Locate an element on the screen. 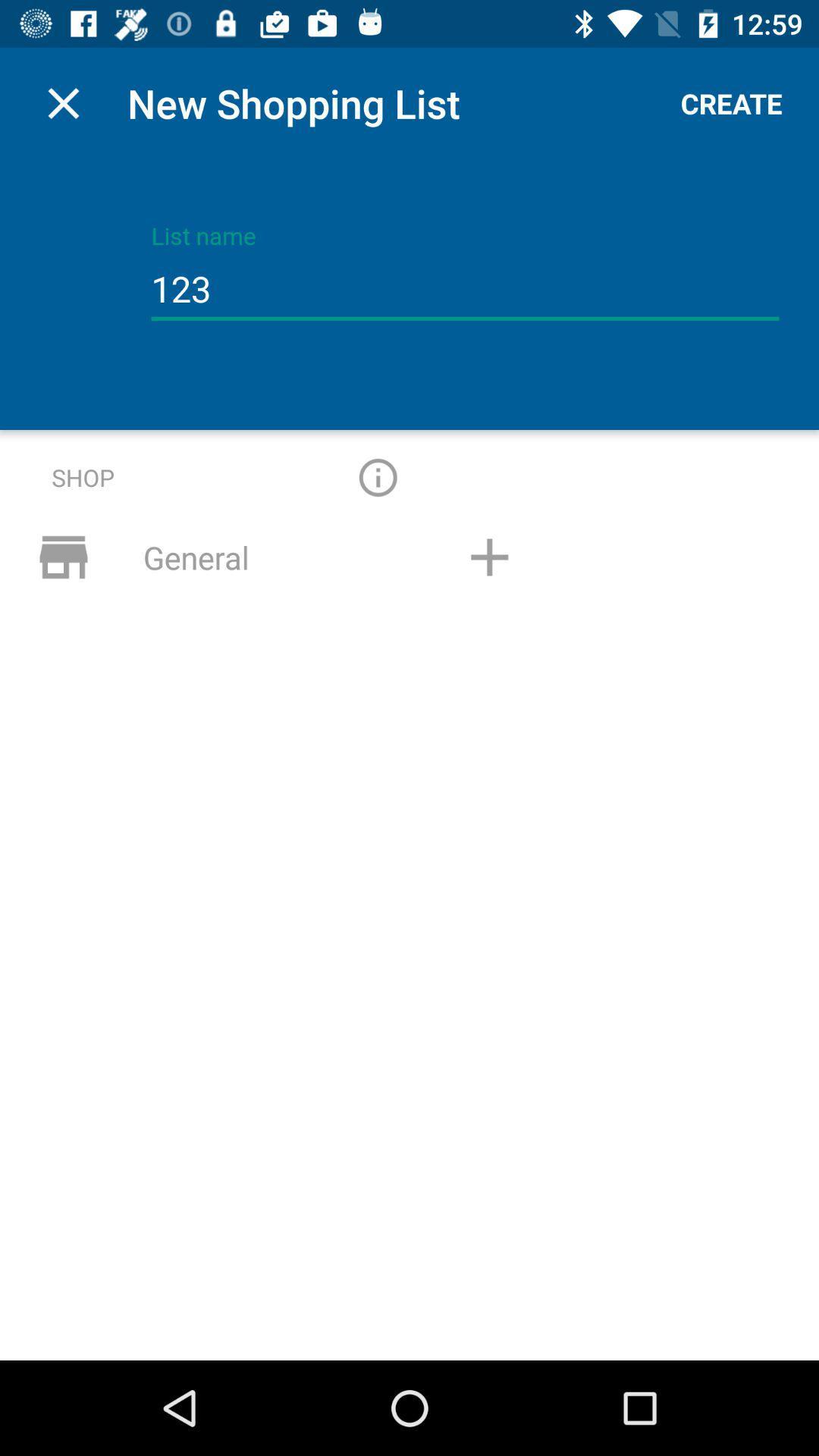 The width and height of the screenshot is (819, 1456). exit current screen is located at coordinates (63, 102).